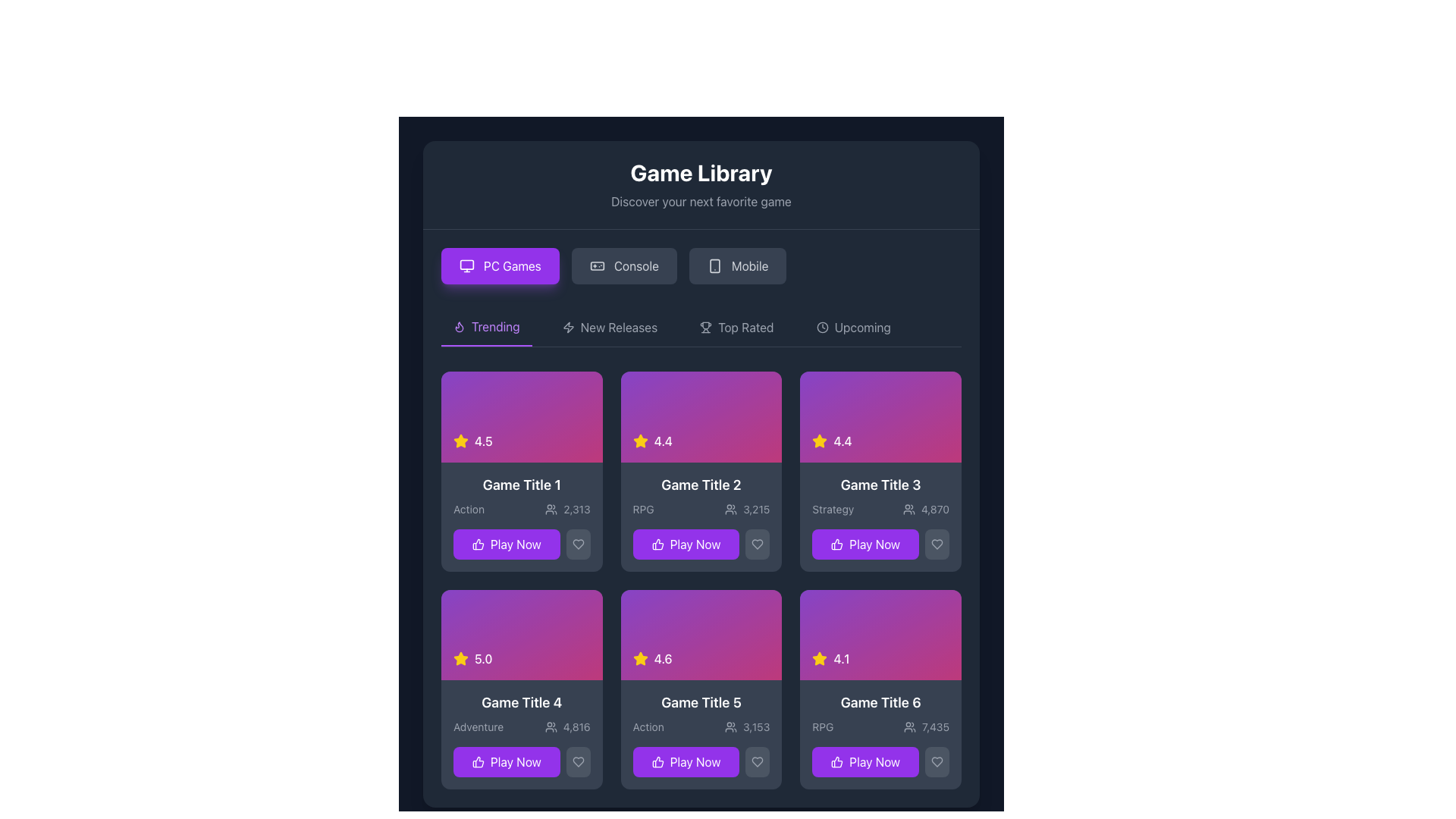 The image size is (1456, 819). What do you see at coordinates (836, 543) in the screenshot?
I see `the thumb icon button within the 'Play Now' button in the third card of the first row` at bounding box center [836, 543].